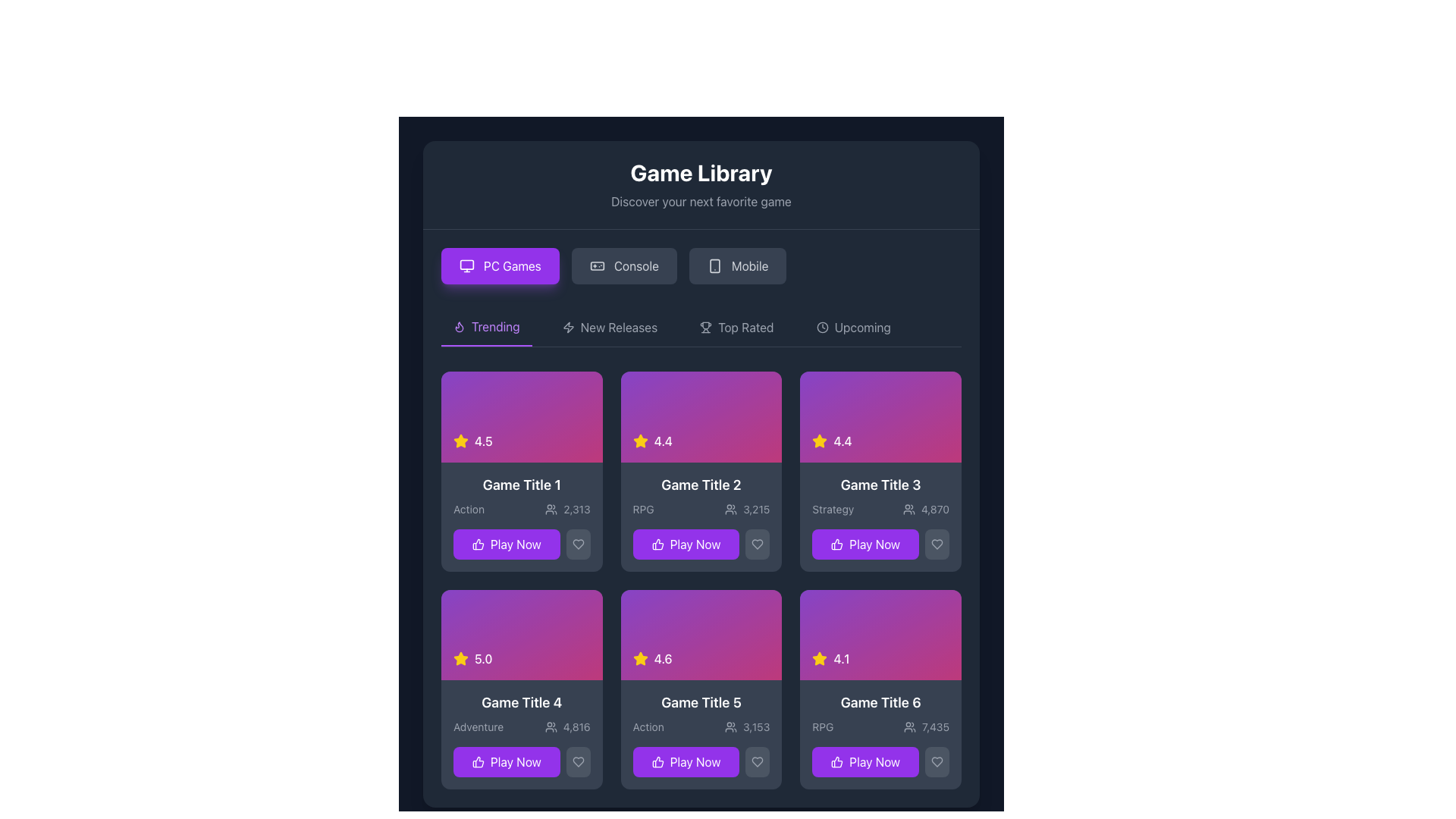 The image size is (1456, 819). What do you see at coordinates (836, 543) in the screenshot?
I see `the thumb icon button within the 'Play Now' button in the third card of the first row` at bounding box center [836, 543].